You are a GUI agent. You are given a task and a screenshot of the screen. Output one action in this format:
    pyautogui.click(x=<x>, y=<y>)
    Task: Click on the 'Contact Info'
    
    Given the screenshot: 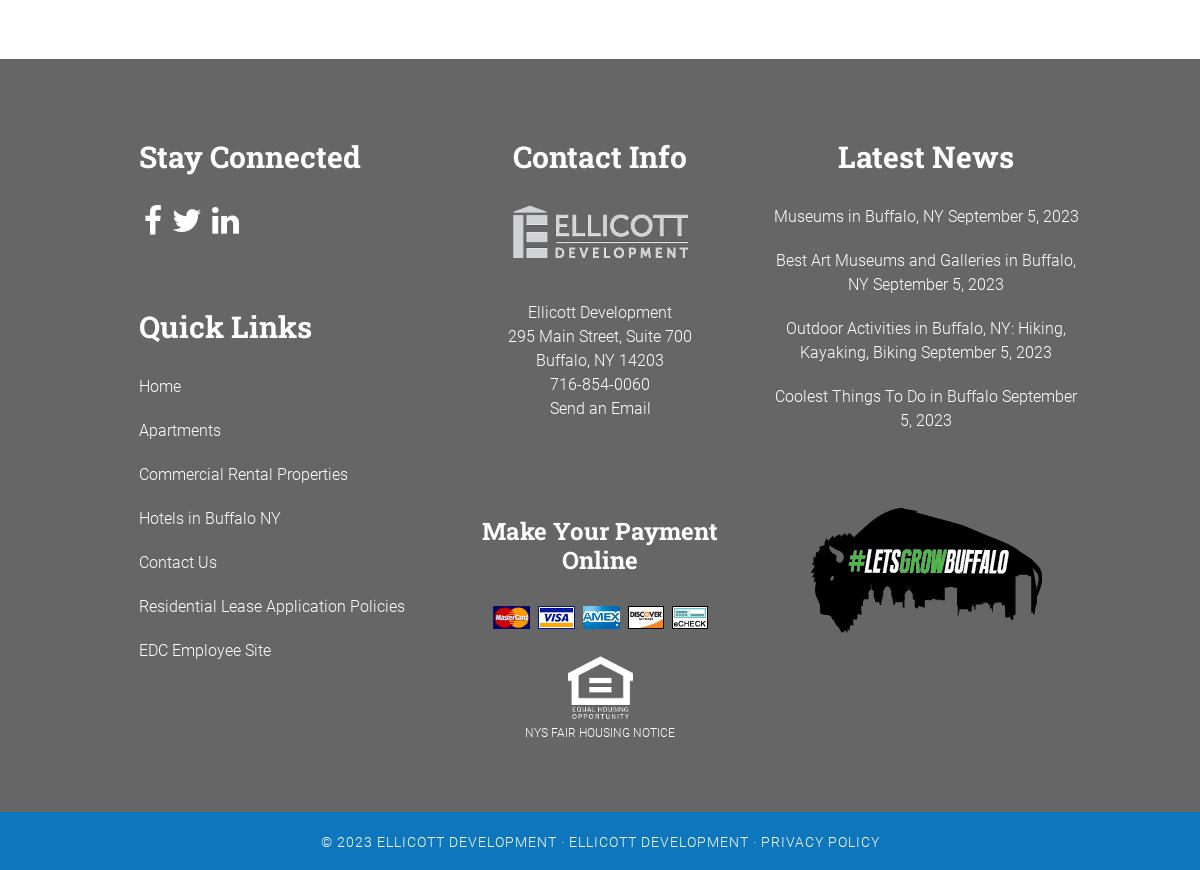 What is the action you would take?
    pyautogui.click(x=600, y=155)
    